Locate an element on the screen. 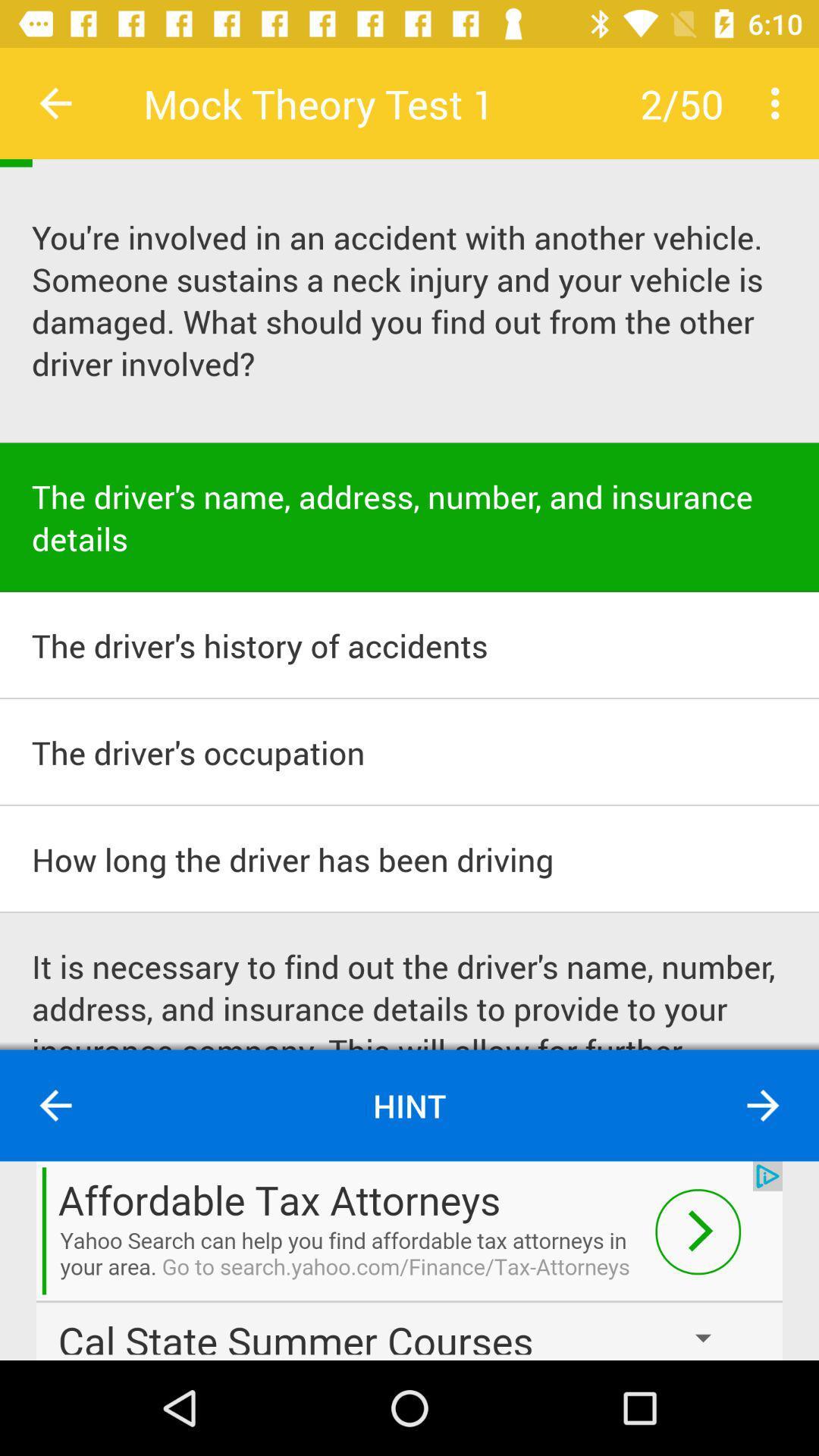 The width and height of the screenshot is (819, 1456). next hint is located at coordinates (763, 1106).